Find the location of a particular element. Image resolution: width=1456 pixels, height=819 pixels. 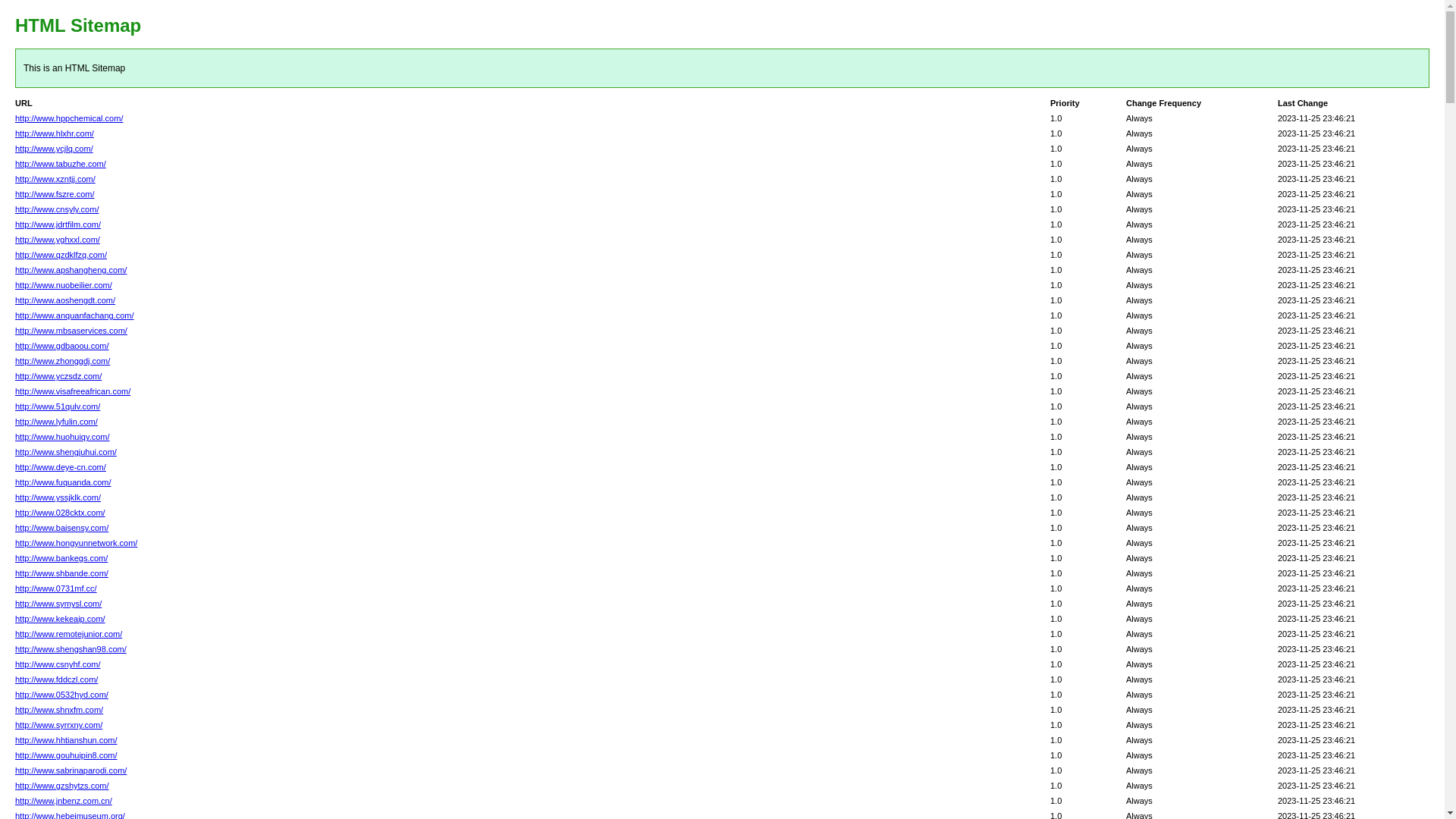

'http://www.fddczl.com/' is located at coordinates (56, 678).